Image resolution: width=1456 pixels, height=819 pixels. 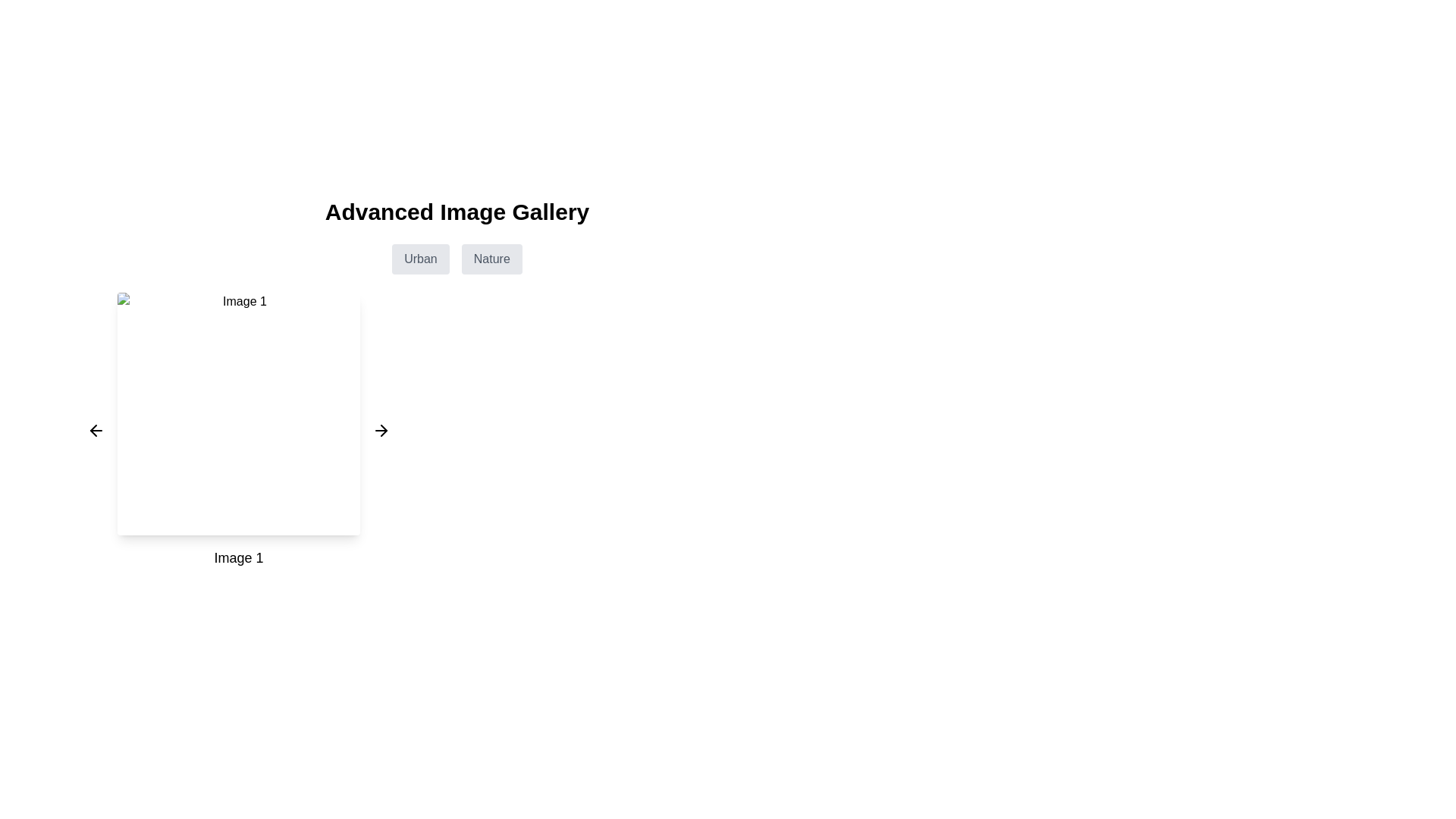 I want to click on the label element that serves as a caption for the image above it, located directly below 'Image 1', so click(x=238, y=558).